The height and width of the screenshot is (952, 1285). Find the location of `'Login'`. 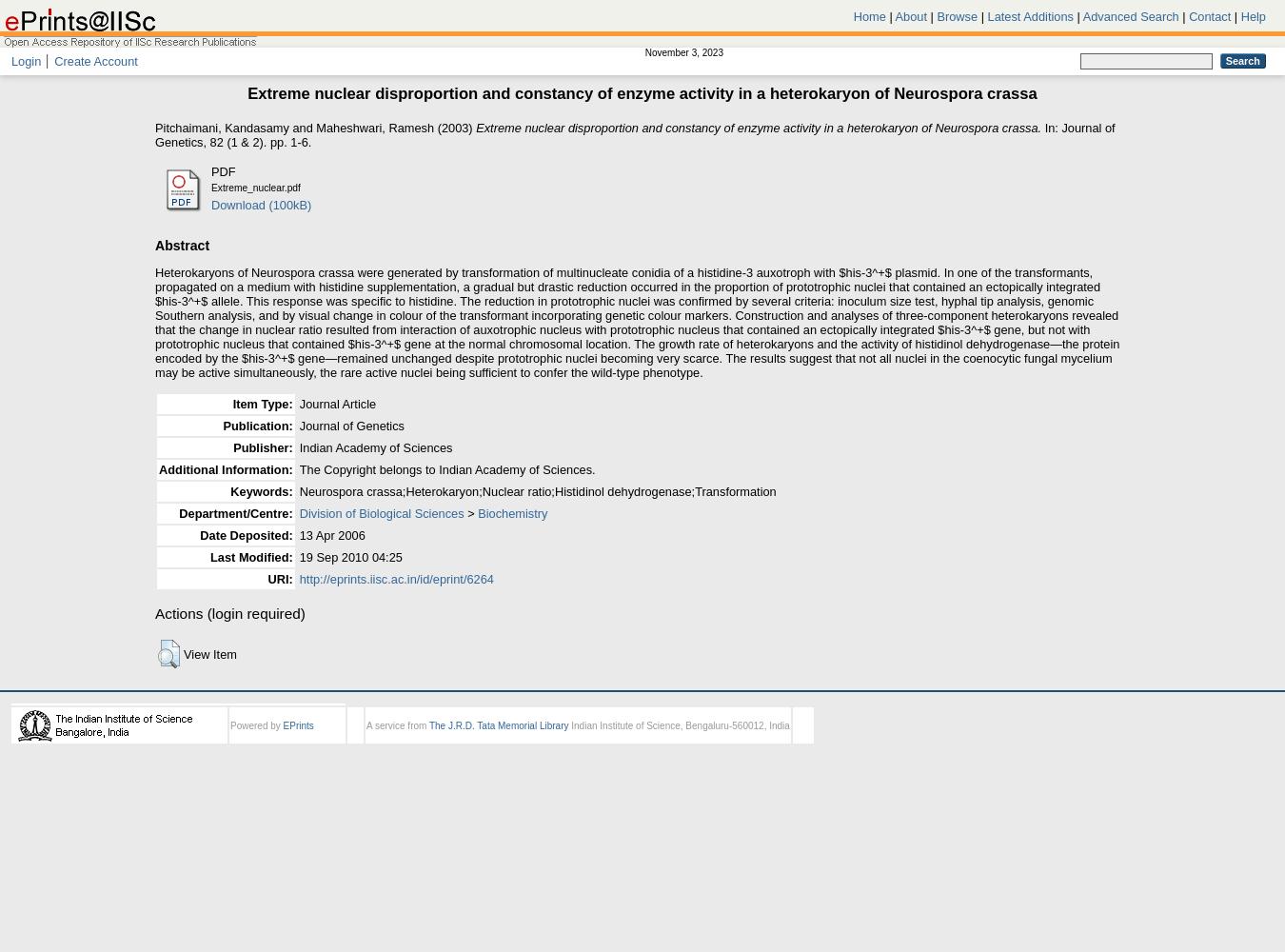

'Login' is located at coordinates (25, 60).